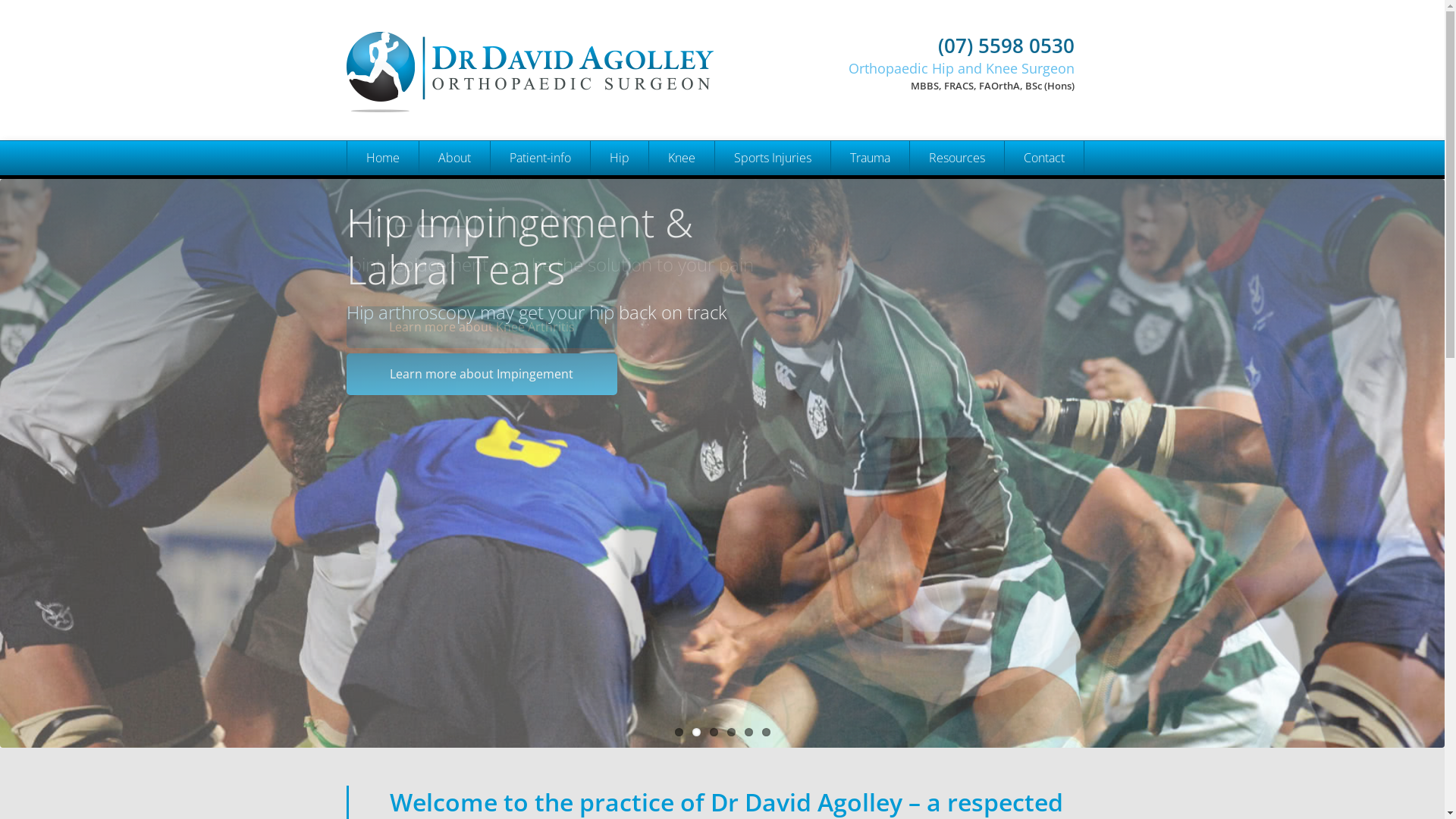  Describe the element at coordinates (619, 259) in the screenshot. I see `'Hip Arthroscopy'` at that location.